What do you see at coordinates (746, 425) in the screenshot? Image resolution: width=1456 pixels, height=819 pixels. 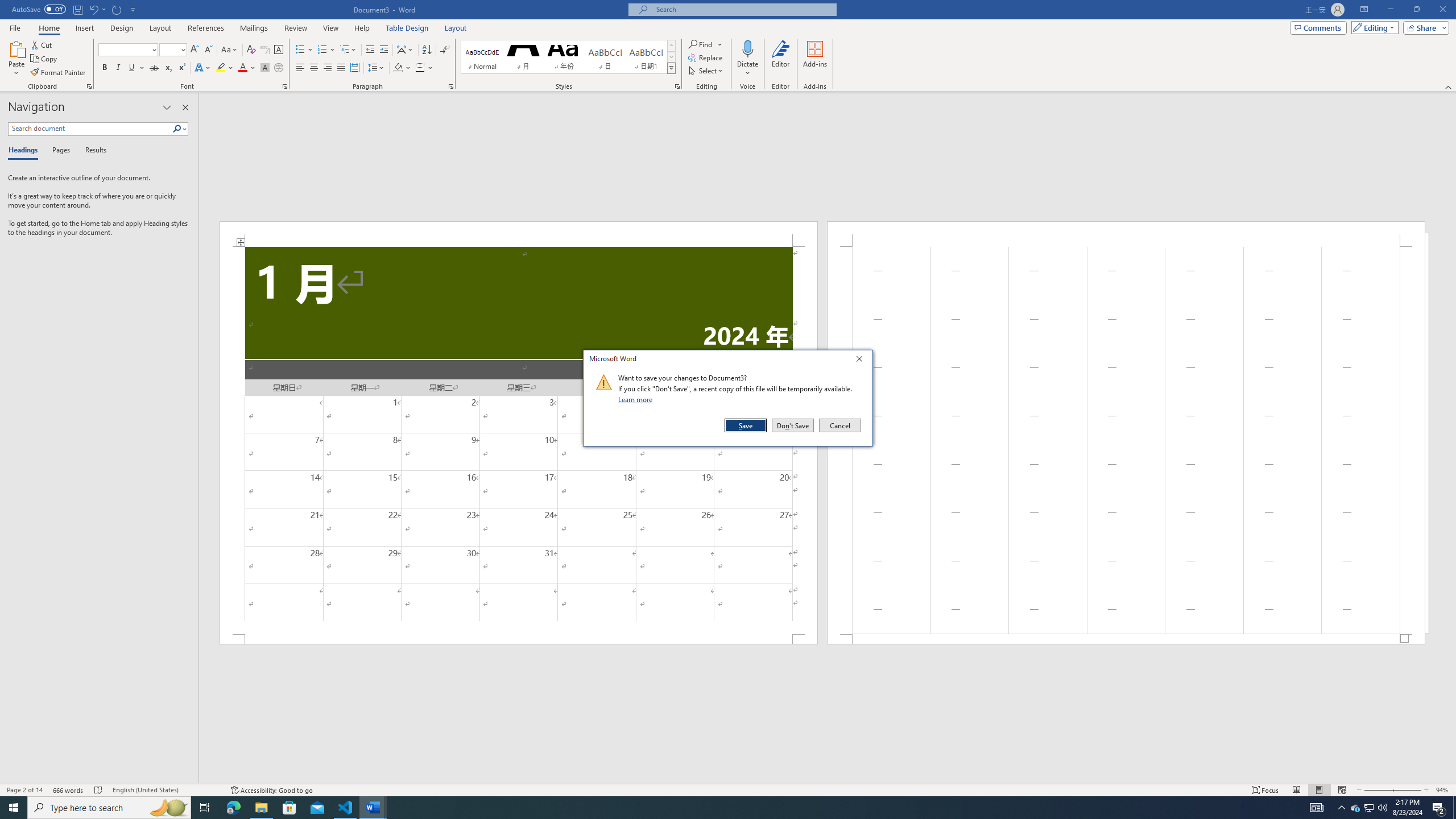 I see `'Save'` at bounding box center [746, 425].